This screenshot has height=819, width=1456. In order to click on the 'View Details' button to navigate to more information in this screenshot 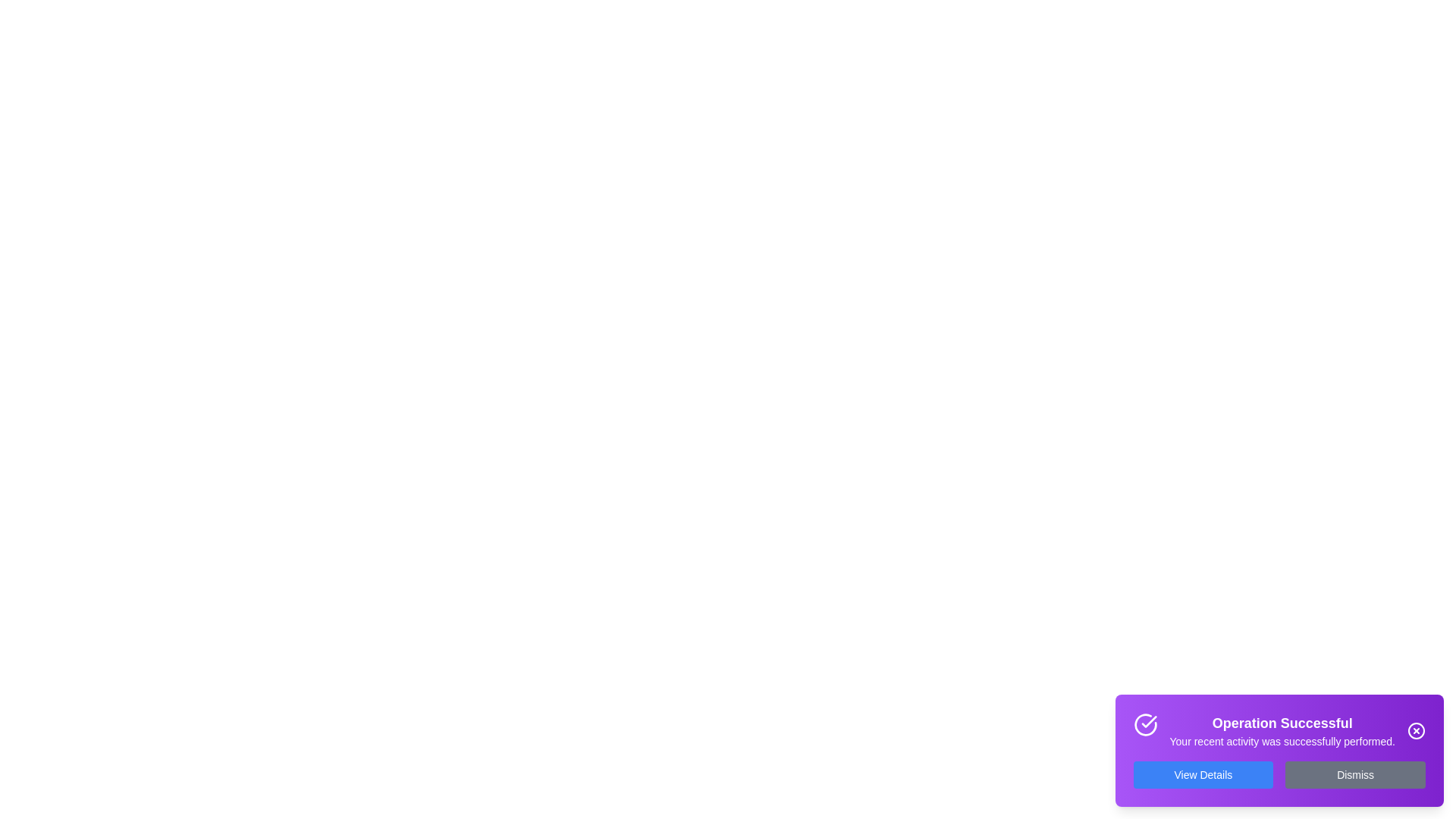, I will do `click(1202, 775)`.